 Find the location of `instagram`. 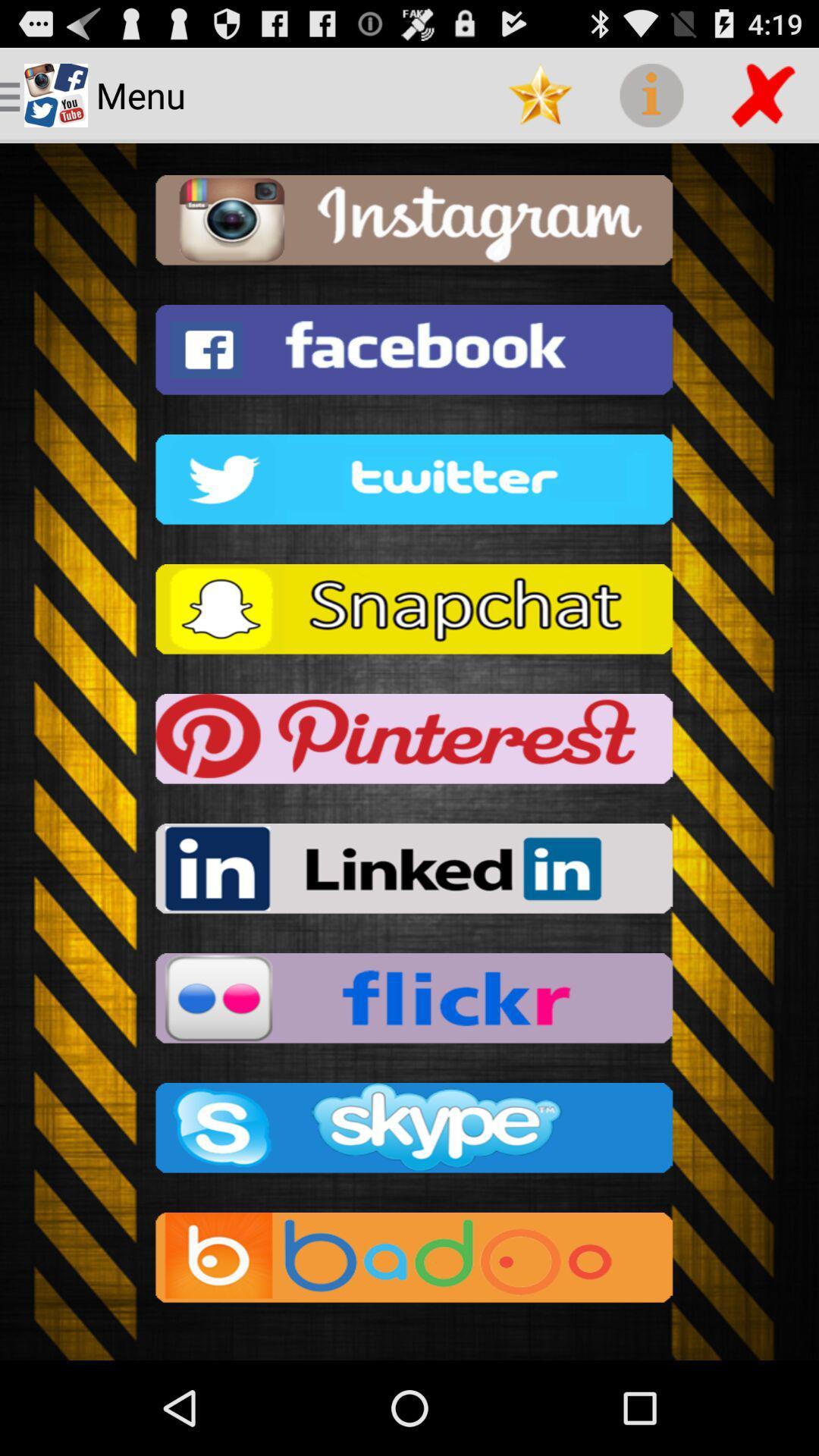

instagram is located at coordinates (409, 224).